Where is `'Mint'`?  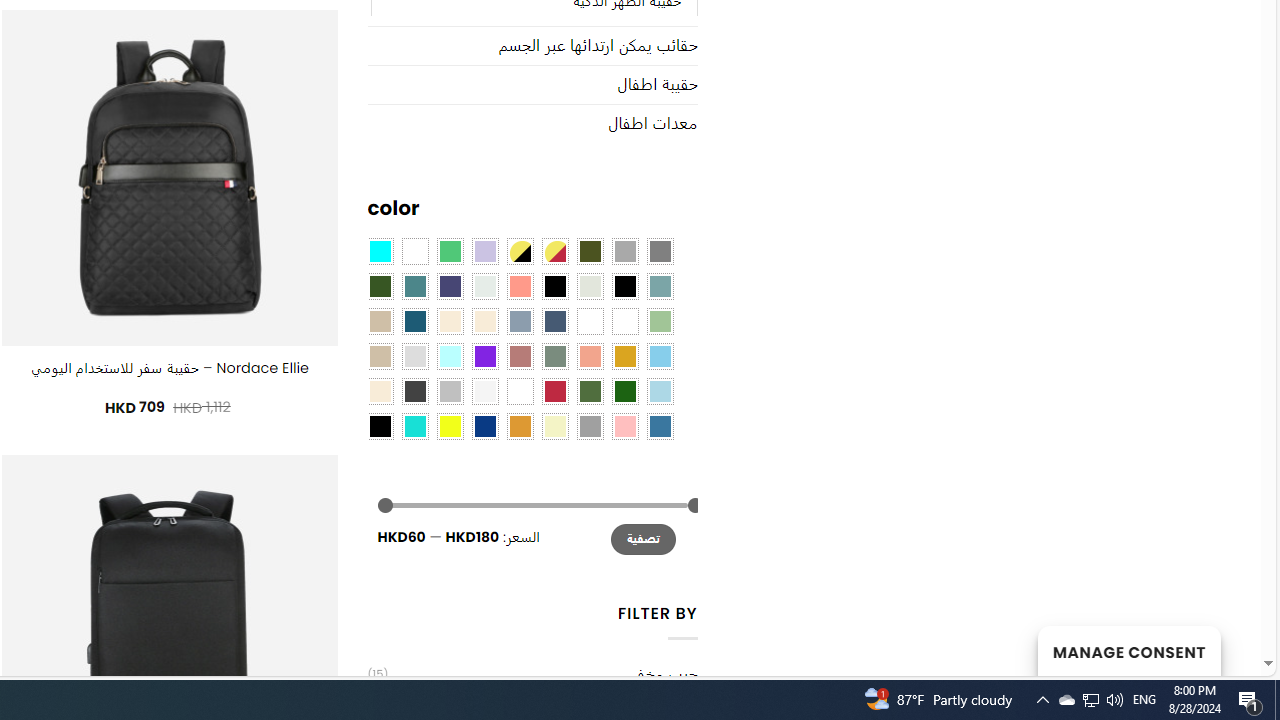 'Mint' is located at coordinates (448, 354).